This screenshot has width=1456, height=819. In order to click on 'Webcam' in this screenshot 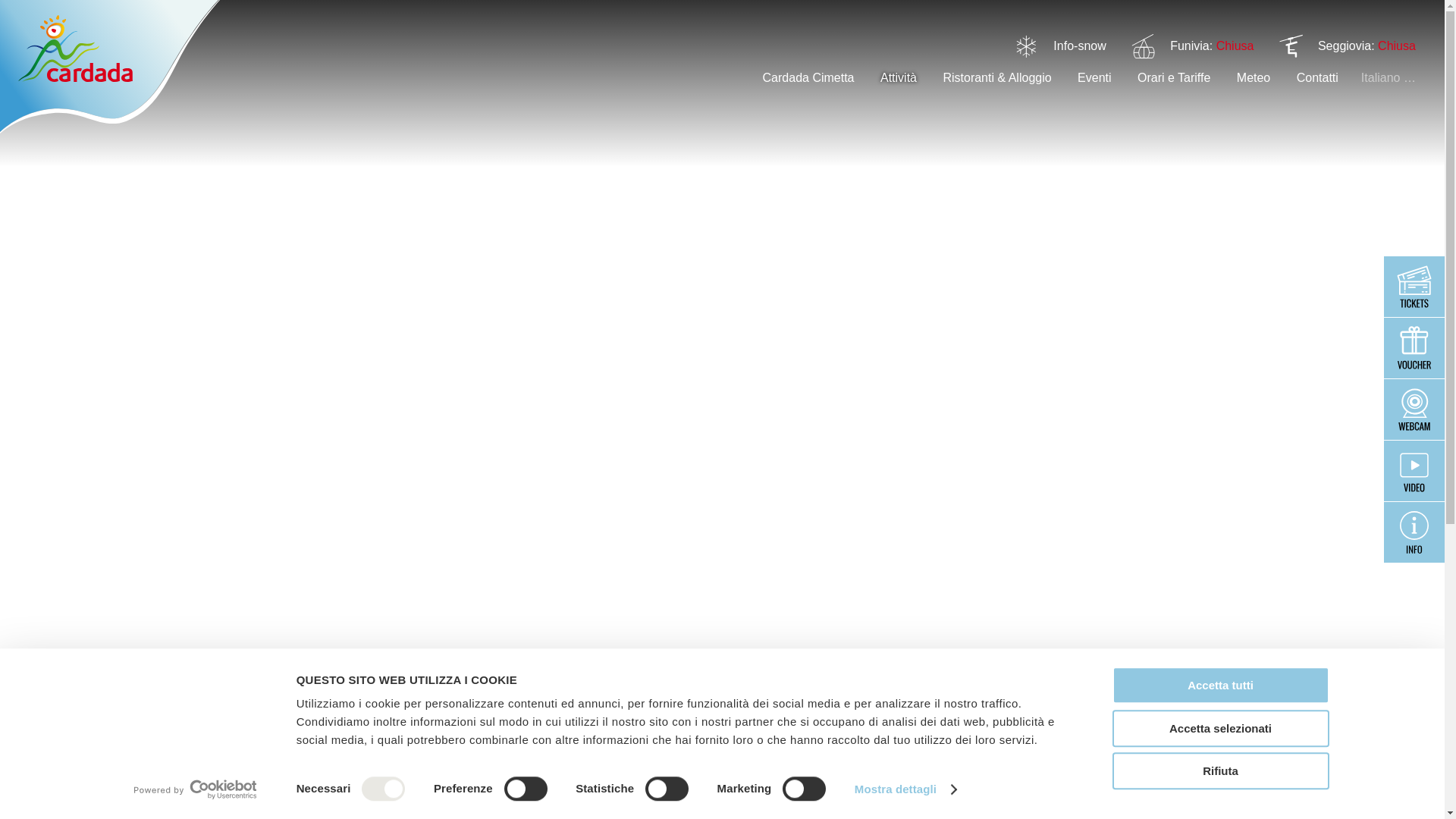, I will do `click(1414, 409)`.